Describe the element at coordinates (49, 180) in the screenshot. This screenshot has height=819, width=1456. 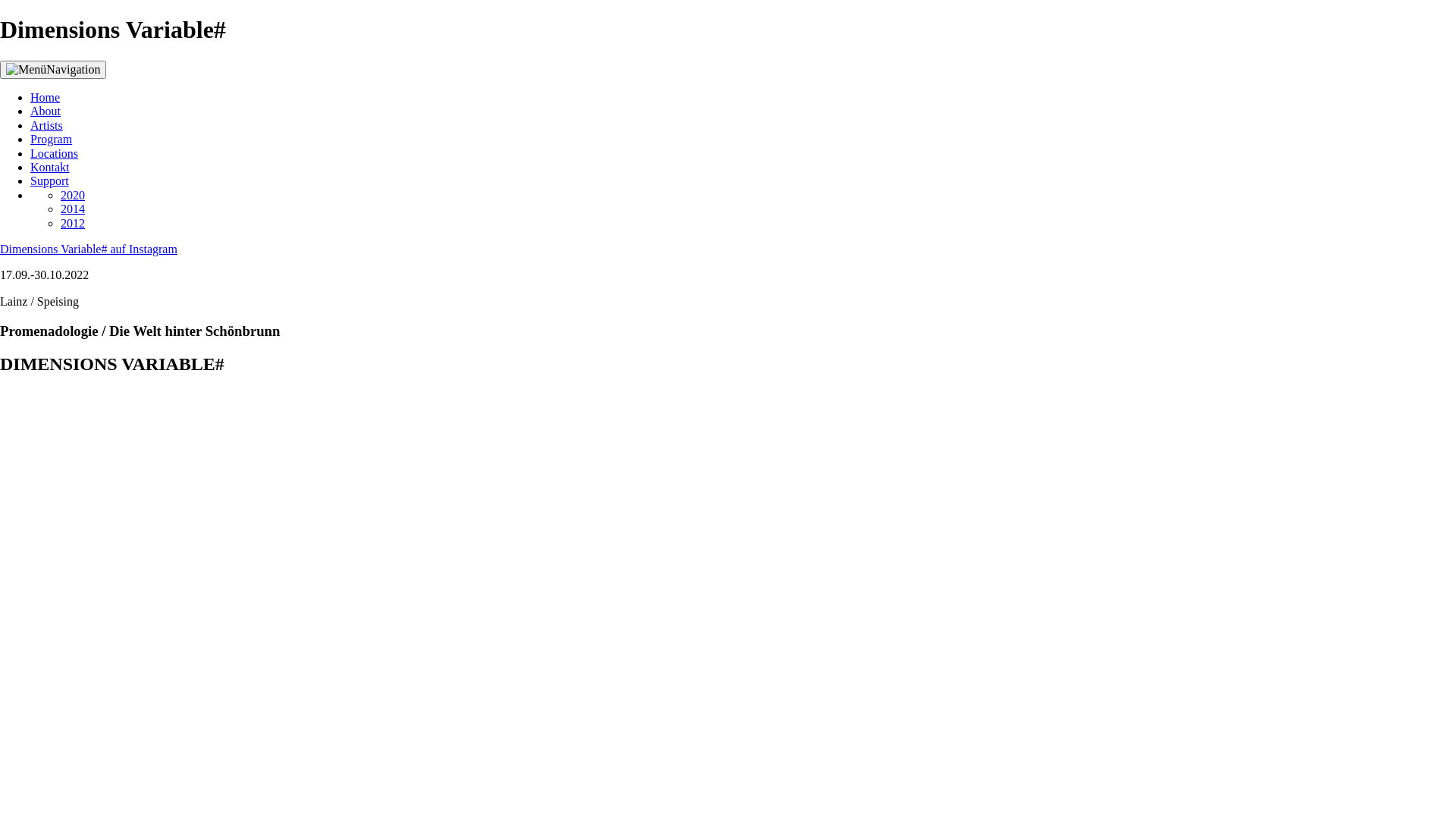
I see `'Support'` at that location.